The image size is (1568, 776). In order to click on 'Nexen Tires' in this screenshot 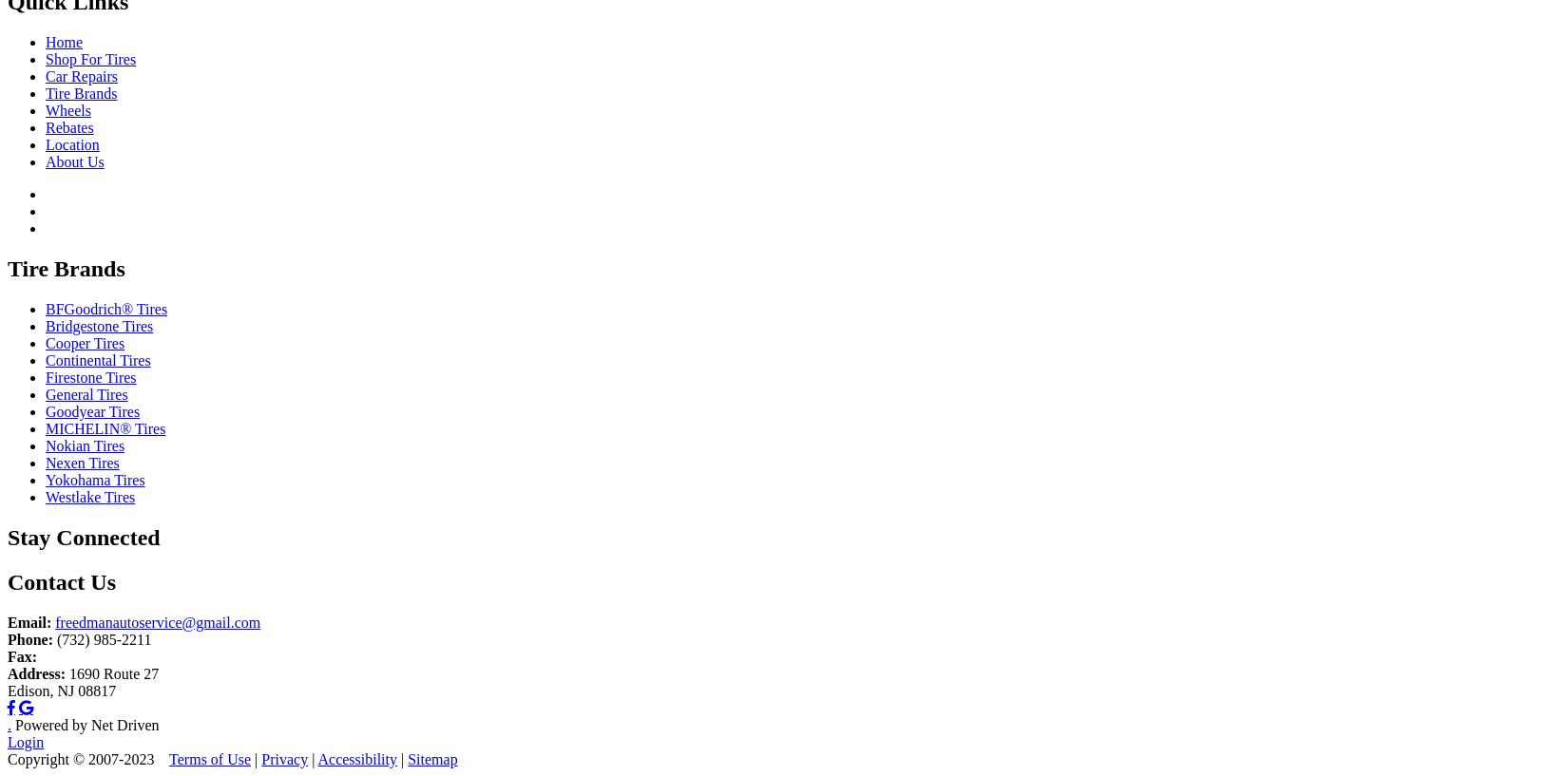, I will do `click(82, 463)`.